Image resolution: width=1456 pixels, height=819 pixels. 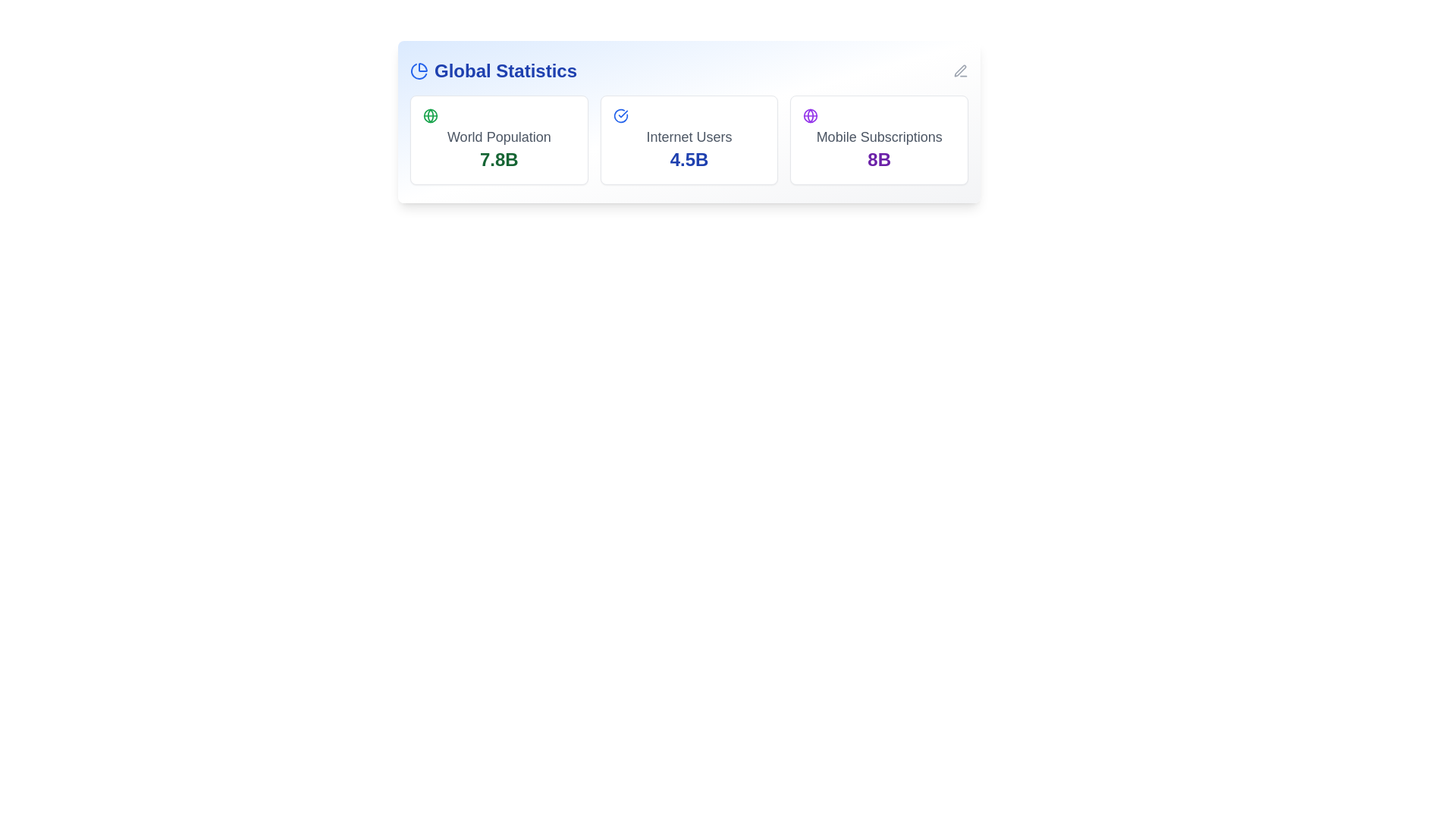 What do you see at coordinates (499, 160) in the screenshot?
I see `numerical value displayed by the Text Label indicating the world population in billions, which is located below the 'World Population' label within the first white card from the left in a series of cards` at bounding box center [499, 160].